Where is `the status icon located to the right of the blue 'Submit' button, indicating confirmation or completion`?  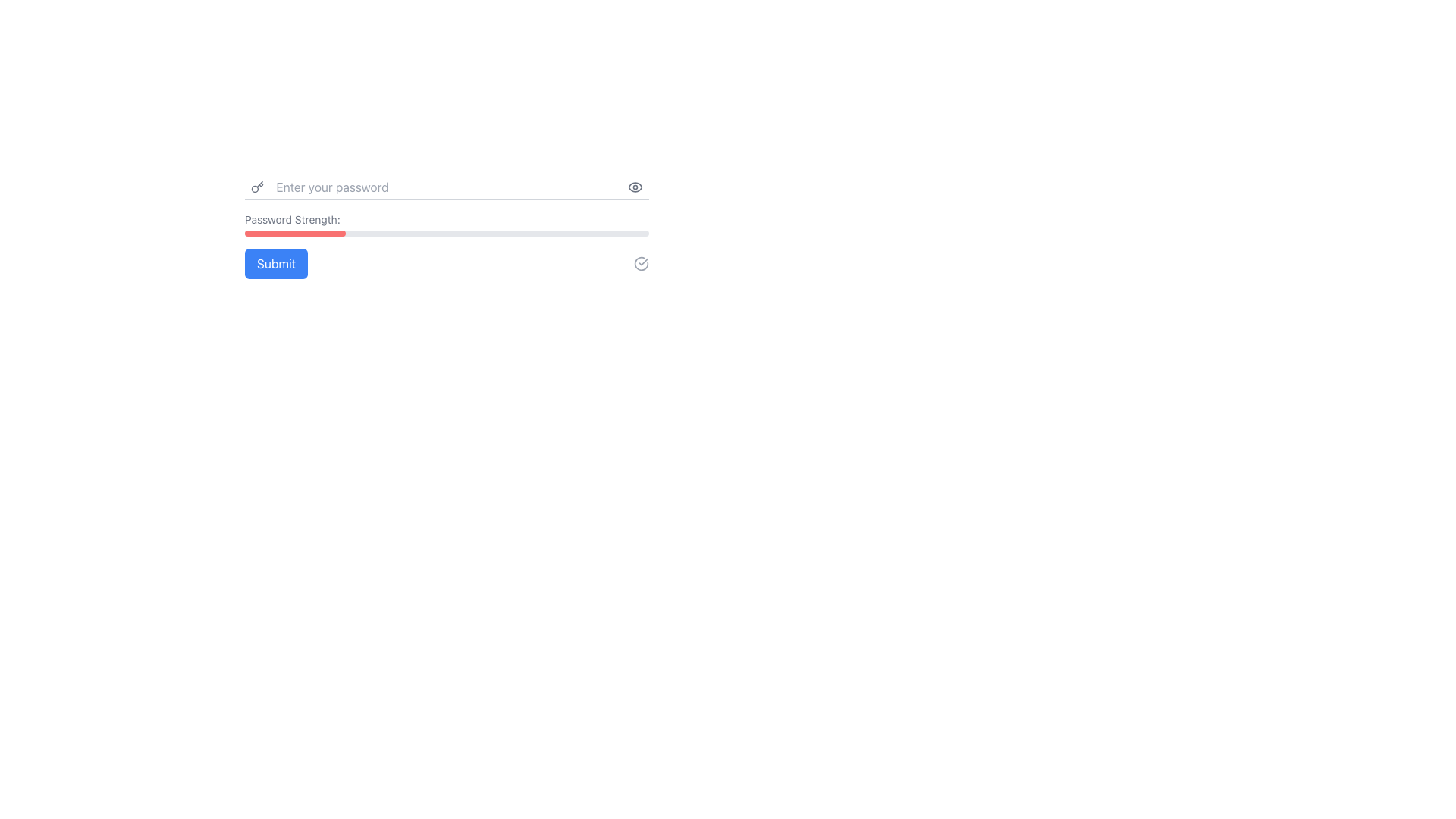 the status icon located to the right of the blue 'Submit' button, indicating confirmation or completion is located at coordinates (641, 262).